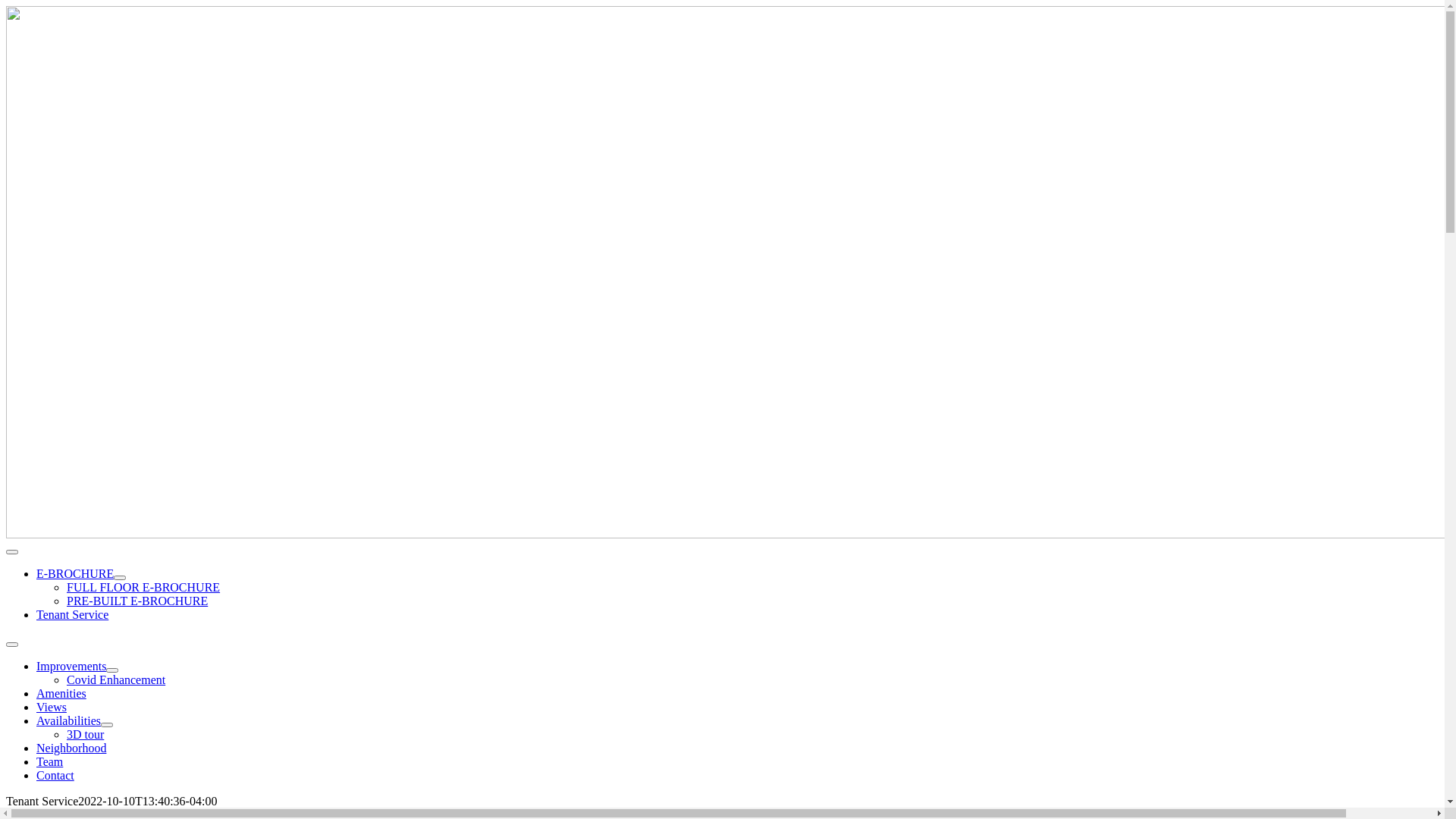  I want to click on 'Improvements', so click(71, 665).